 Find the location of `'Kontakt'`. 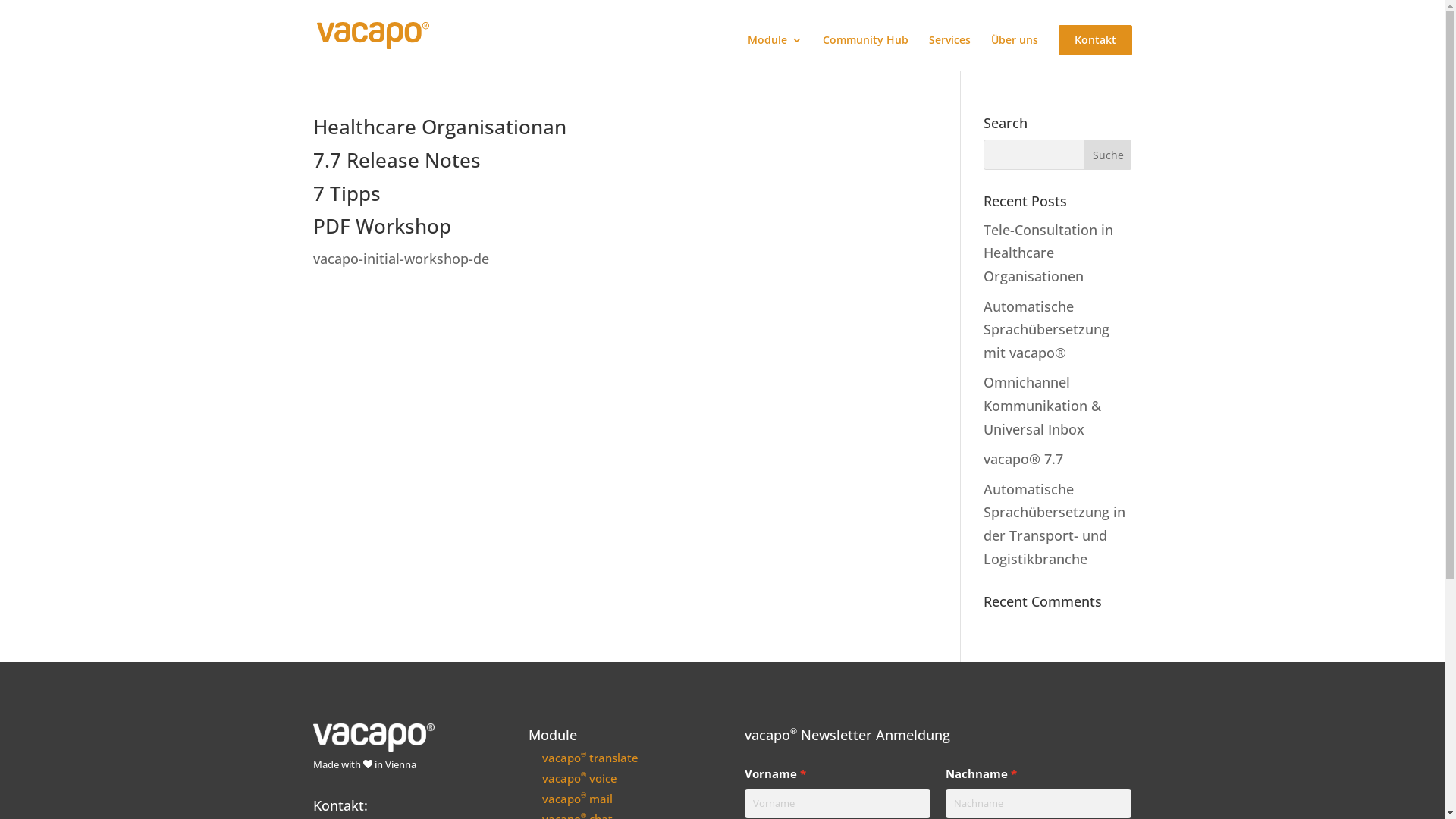

'Kontakt' is located at coordinates (1058, 39).